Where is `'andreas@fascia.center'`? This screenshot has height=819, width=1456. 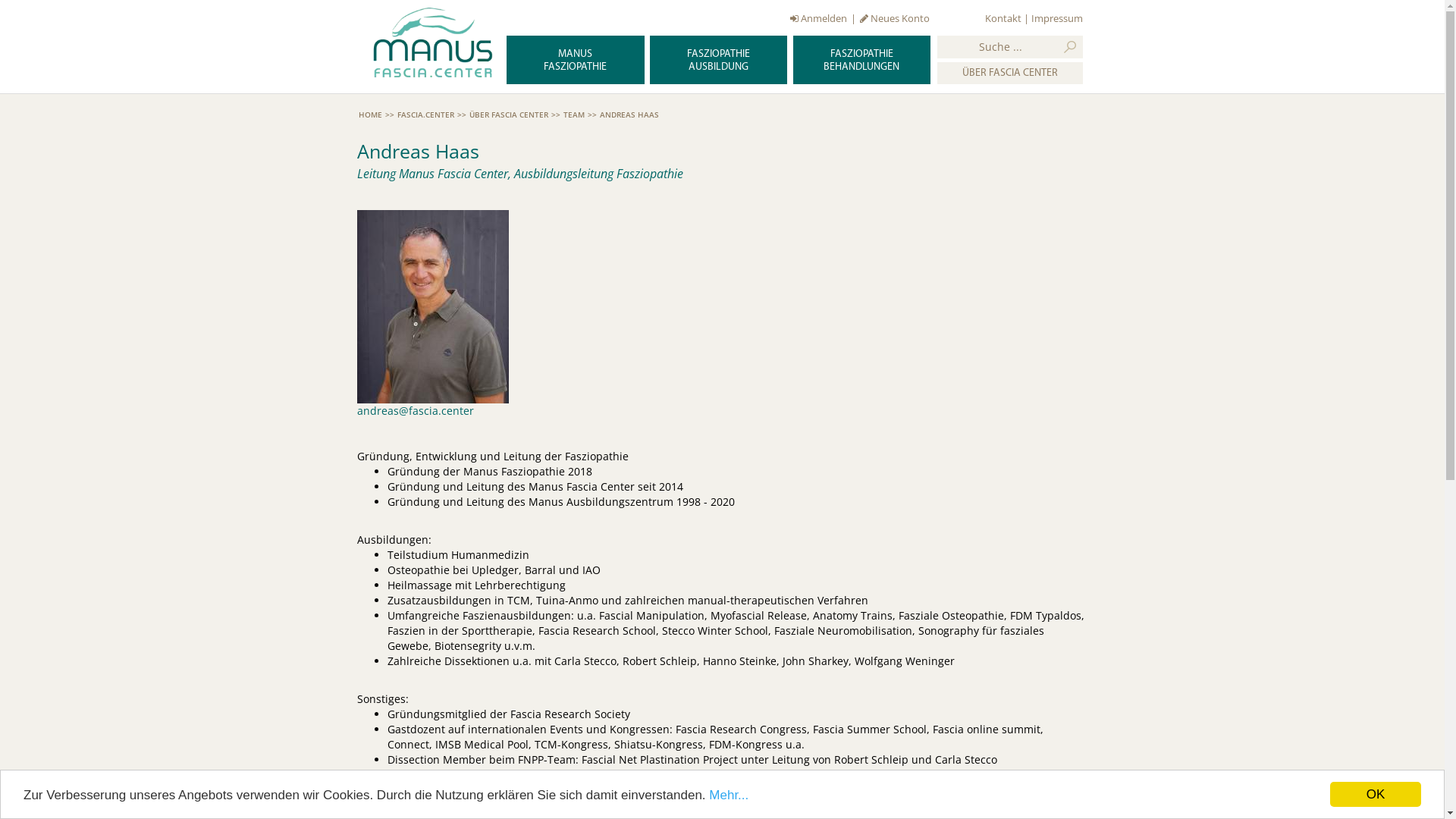 'andreas@fascia.center' is located at coordinates (415, 410).